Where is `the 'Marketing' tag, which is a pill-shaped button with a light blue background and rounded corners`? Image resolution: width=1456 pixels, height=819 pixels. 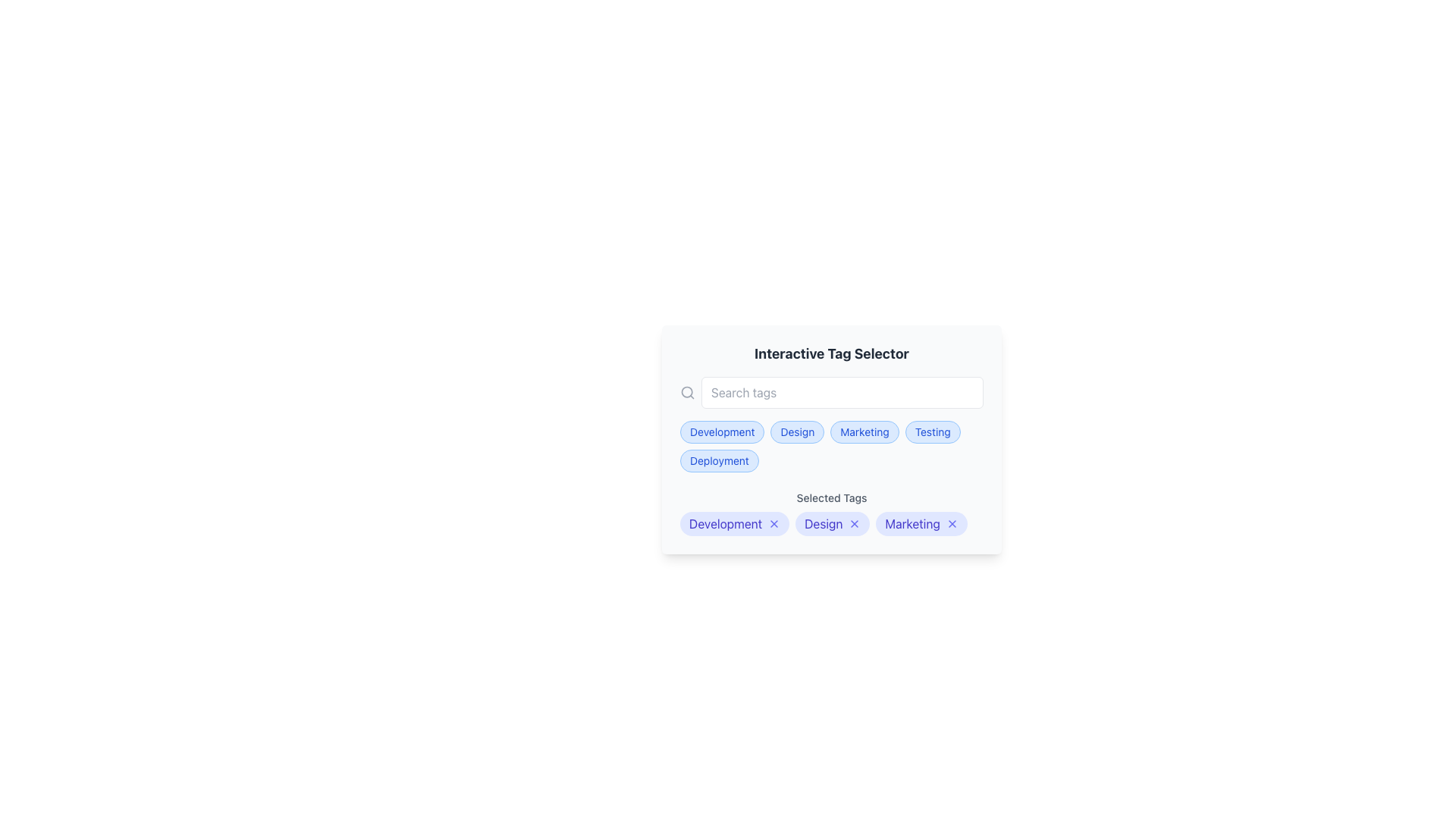 the 'Marketing' tag, which is a pill-shaped button with a light blue background and rounded corners is located at coordinates (864, 432).